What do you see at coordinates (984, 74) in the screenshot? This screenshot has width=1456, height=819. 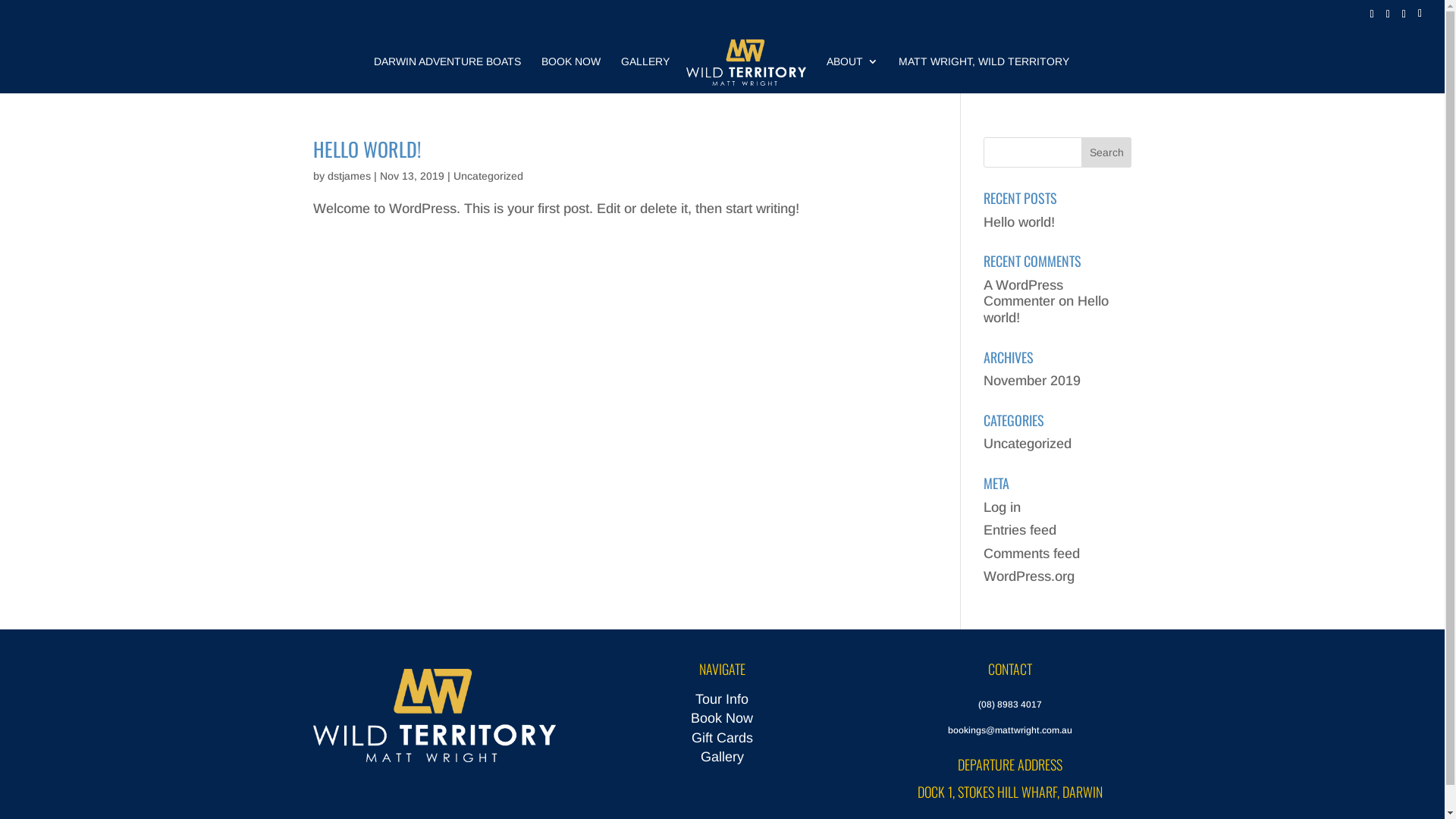 I see `'MATT WRIGHT, WILD TERRITORY'` at bounding box center [984, 74].